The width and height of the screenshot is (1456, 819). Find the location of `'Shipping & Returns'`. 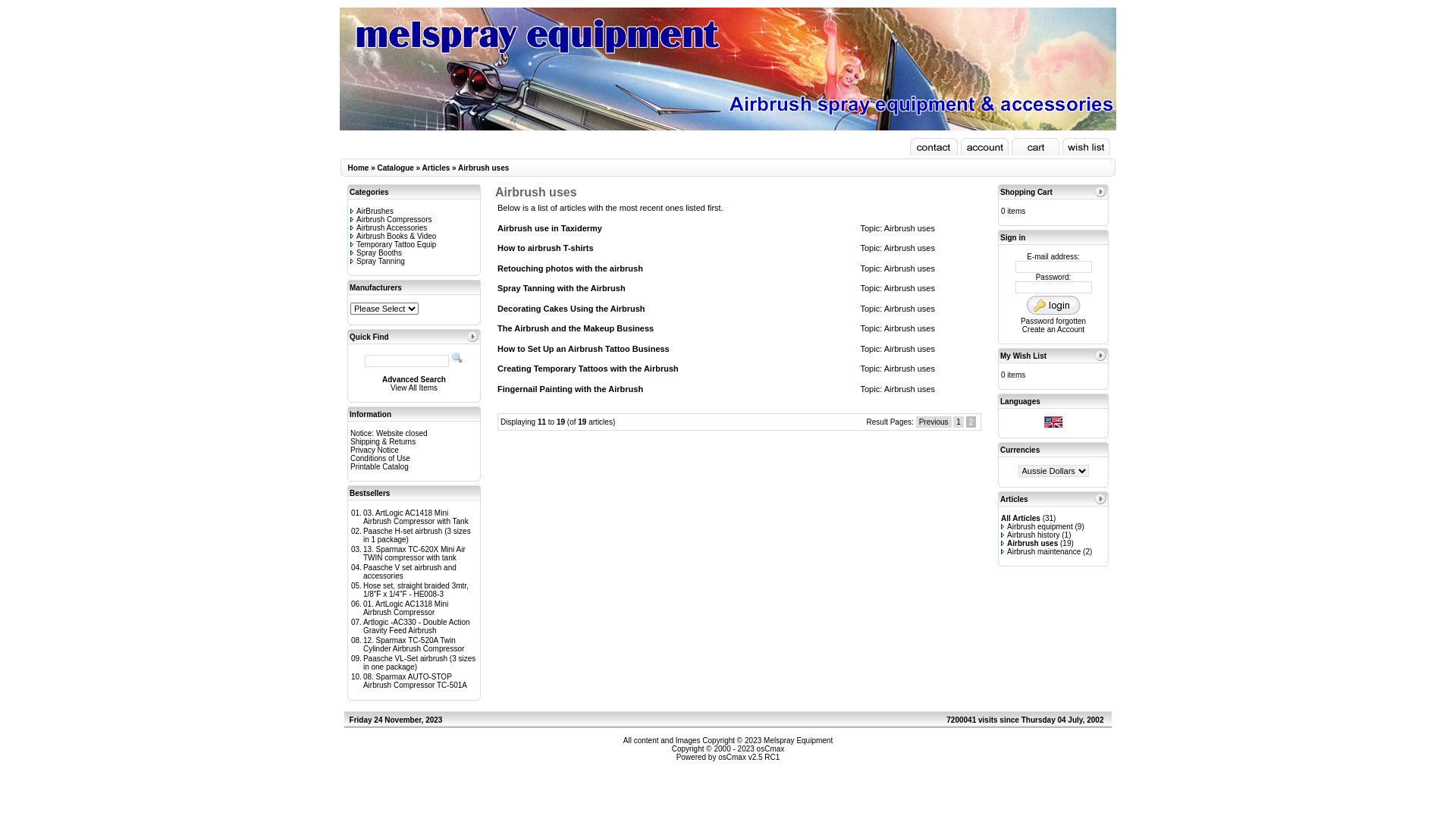

'Shipping & Returns' is located at coordinates (349, 441).